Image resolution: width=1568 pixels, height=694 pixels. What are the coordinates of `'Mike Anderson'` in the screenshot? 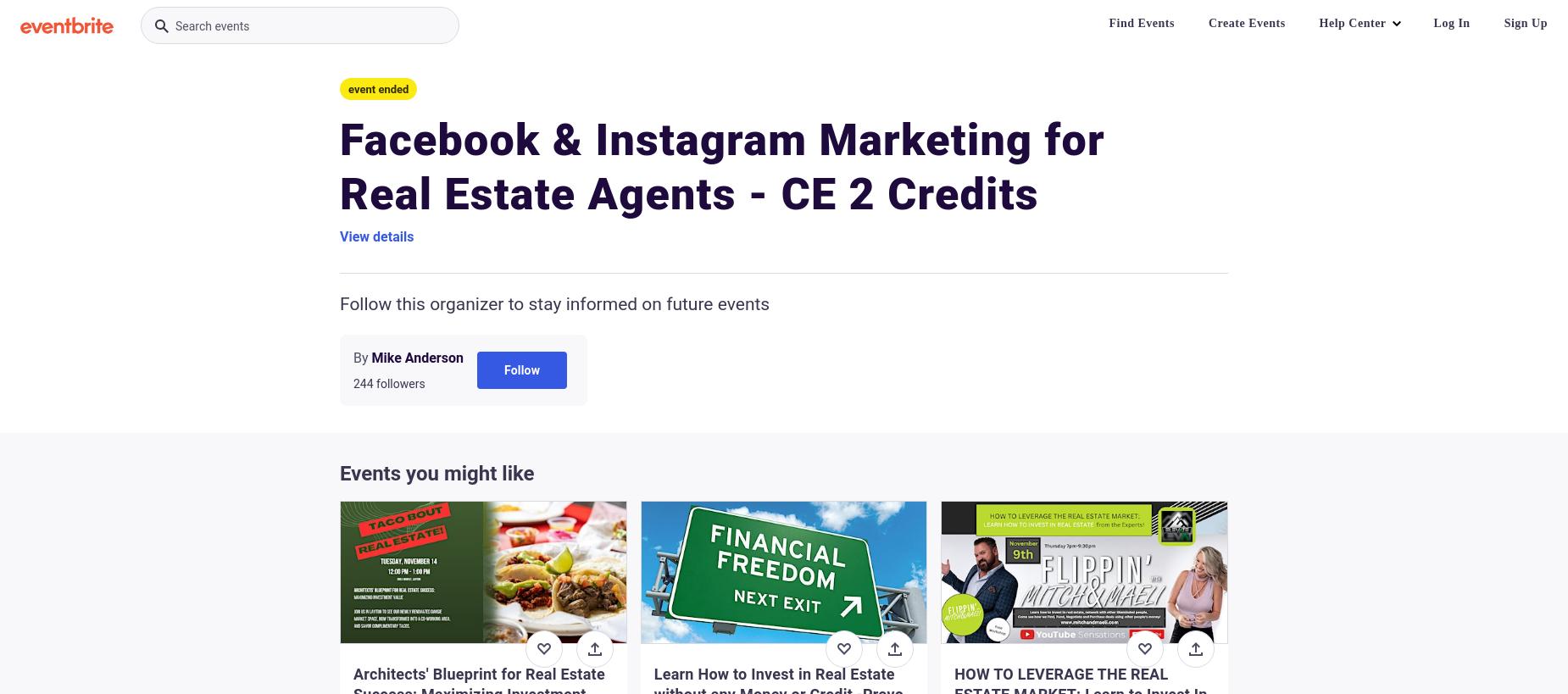 It's located at (416, 358).